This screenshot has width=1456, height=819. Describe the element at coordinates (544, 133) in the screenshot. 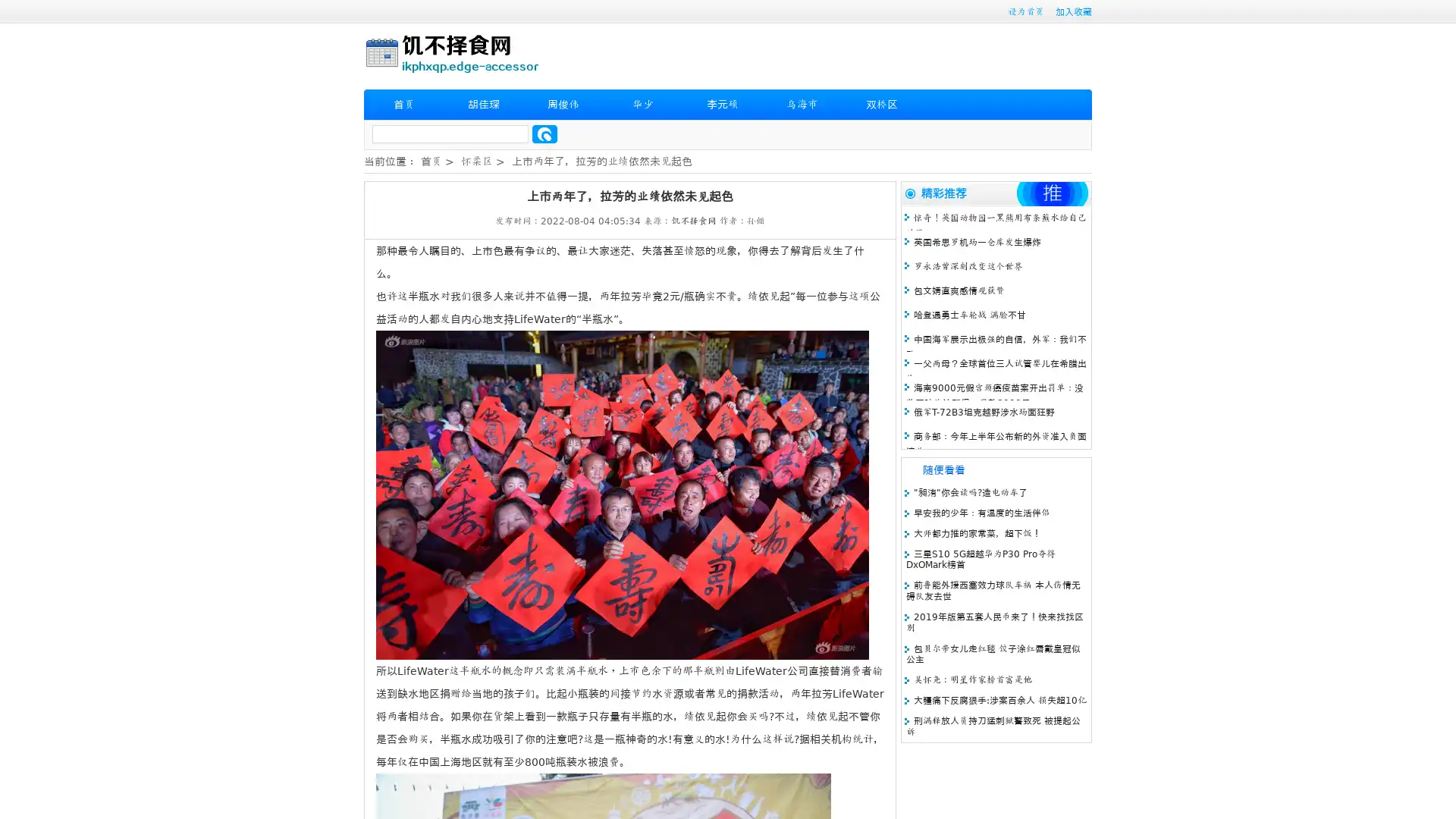

I see `Search` at that location.